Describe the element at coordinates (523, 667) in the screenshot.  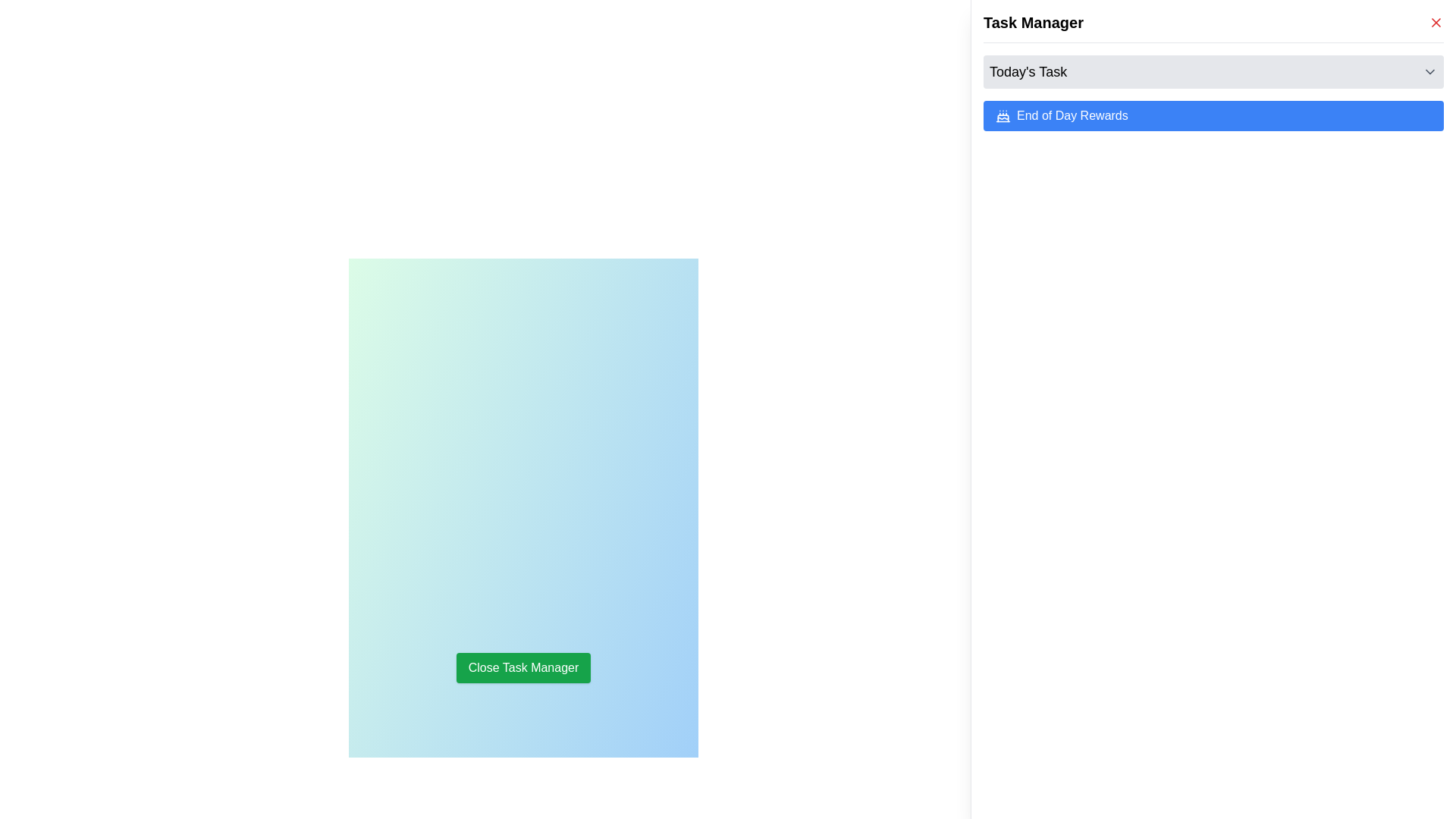
I see `the centrally located button at the bottom of the gradient background area` at that location.